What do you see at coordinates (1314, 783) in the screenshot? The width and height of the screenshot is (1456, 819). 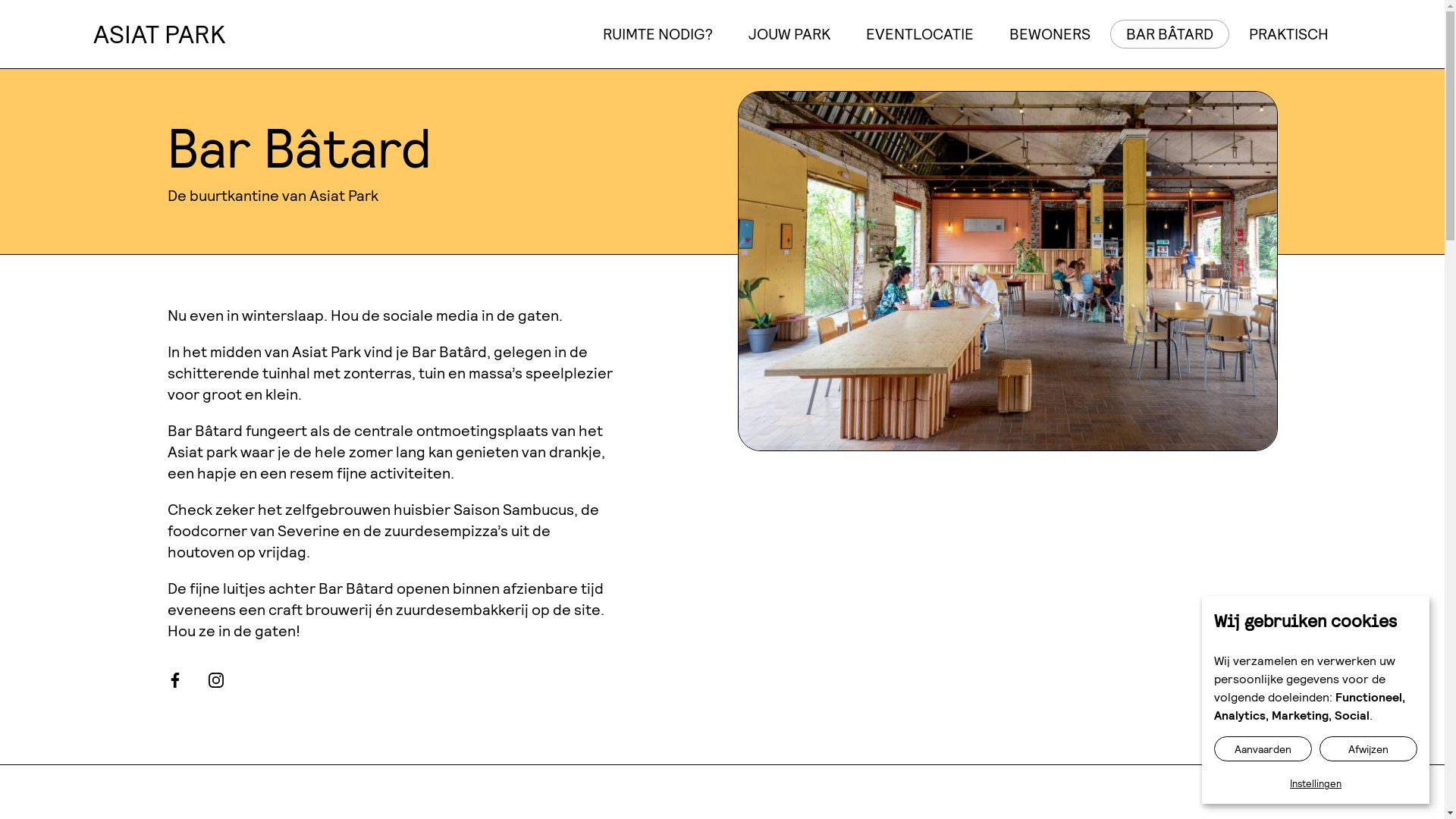 I see `'Instellingen'` at bounding box center [1314, 783].